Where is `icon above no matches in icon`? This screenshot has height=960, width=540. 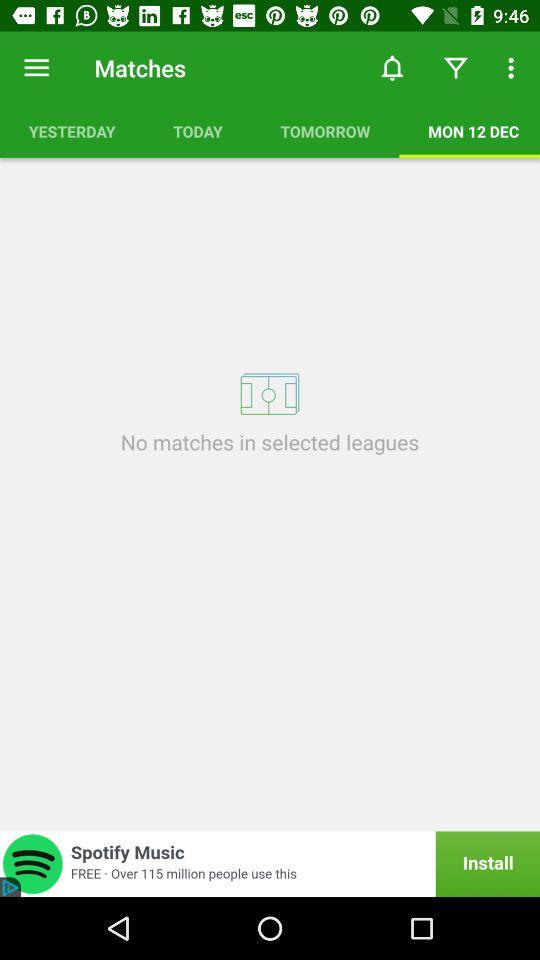 icon above no matches in icon is located at coordinates (71, 130).